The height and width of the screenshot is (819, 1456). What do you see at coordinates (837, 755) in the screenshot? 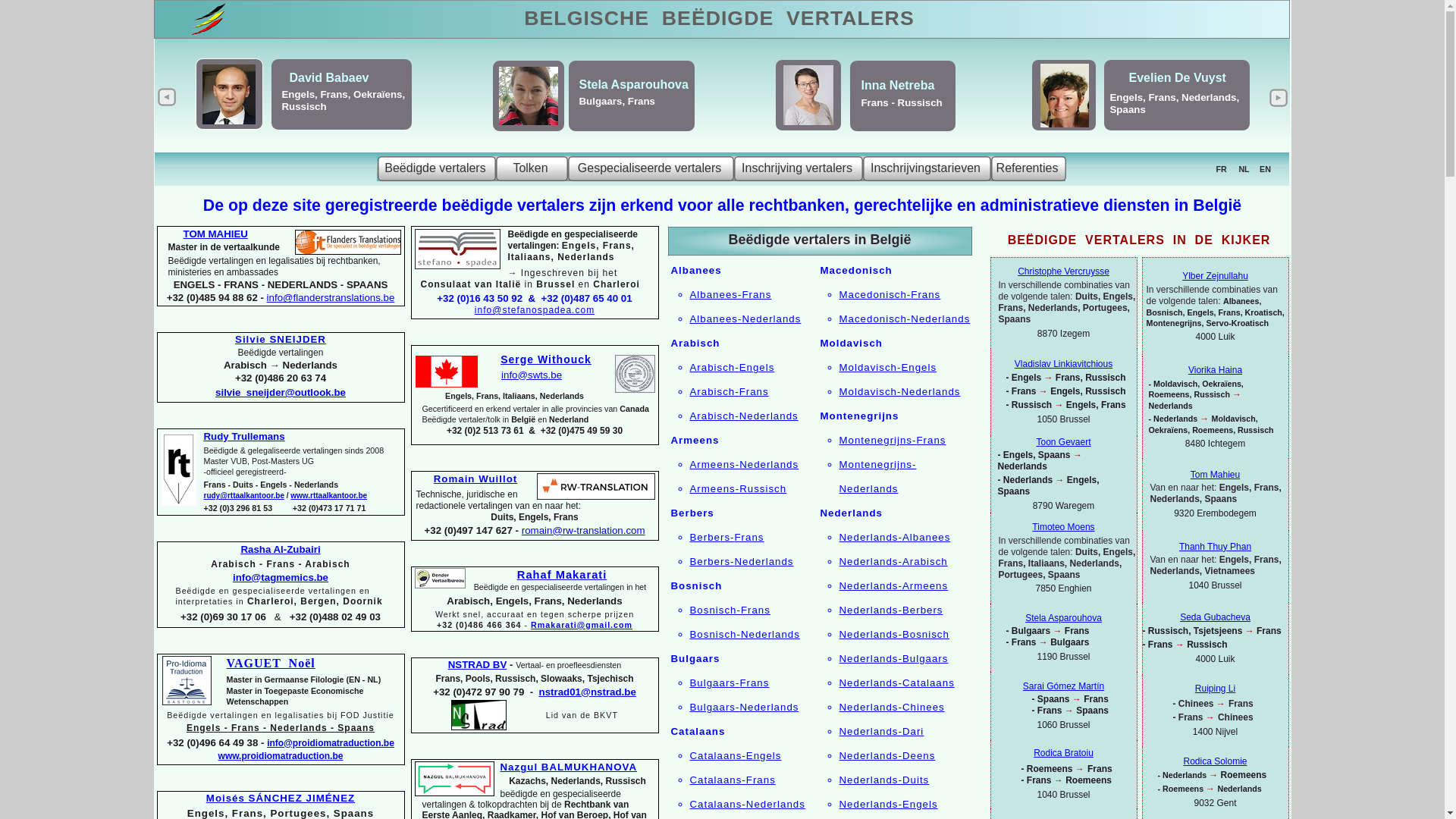
I see `'Nederlands-Deens'` at bounding box center [837, 755].